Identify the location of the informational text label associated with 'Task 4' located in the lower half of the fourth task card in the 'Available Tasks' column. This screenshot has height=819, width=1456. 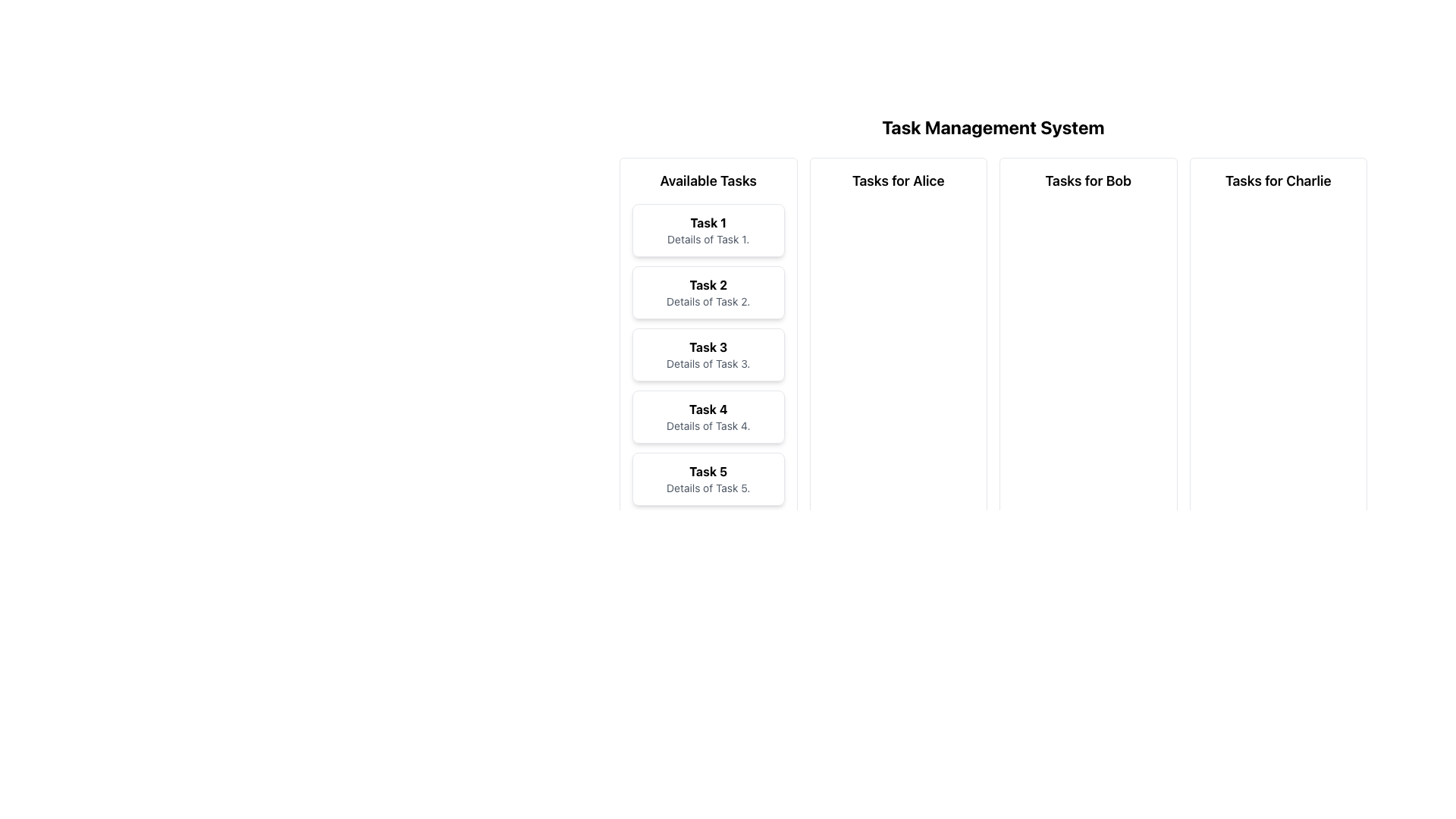
(708, 426).